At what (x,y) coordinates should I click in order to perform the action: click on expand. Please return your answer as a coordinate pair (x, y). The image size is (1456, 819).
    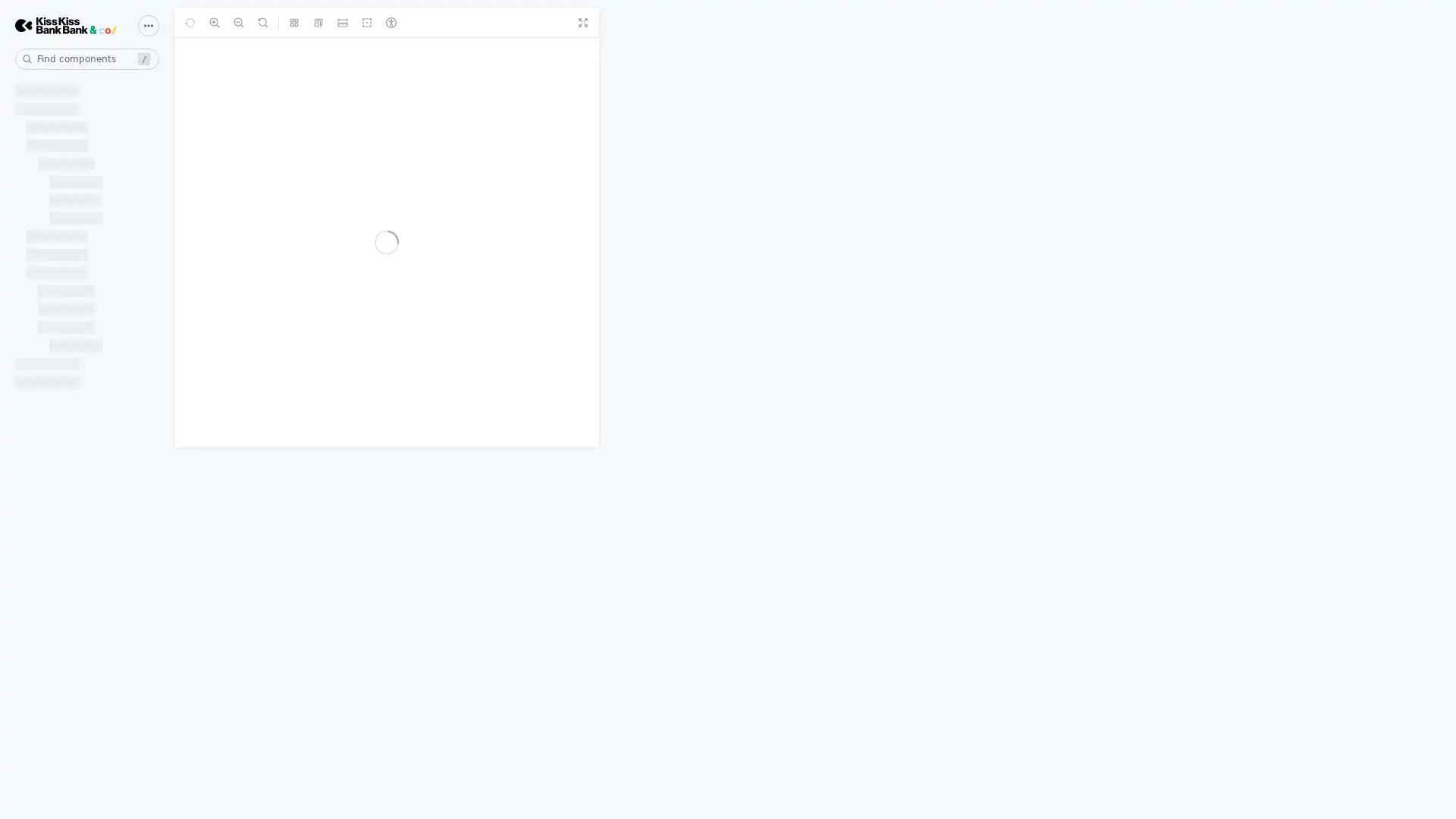
    Looking at the image, I should click on (152, 397).